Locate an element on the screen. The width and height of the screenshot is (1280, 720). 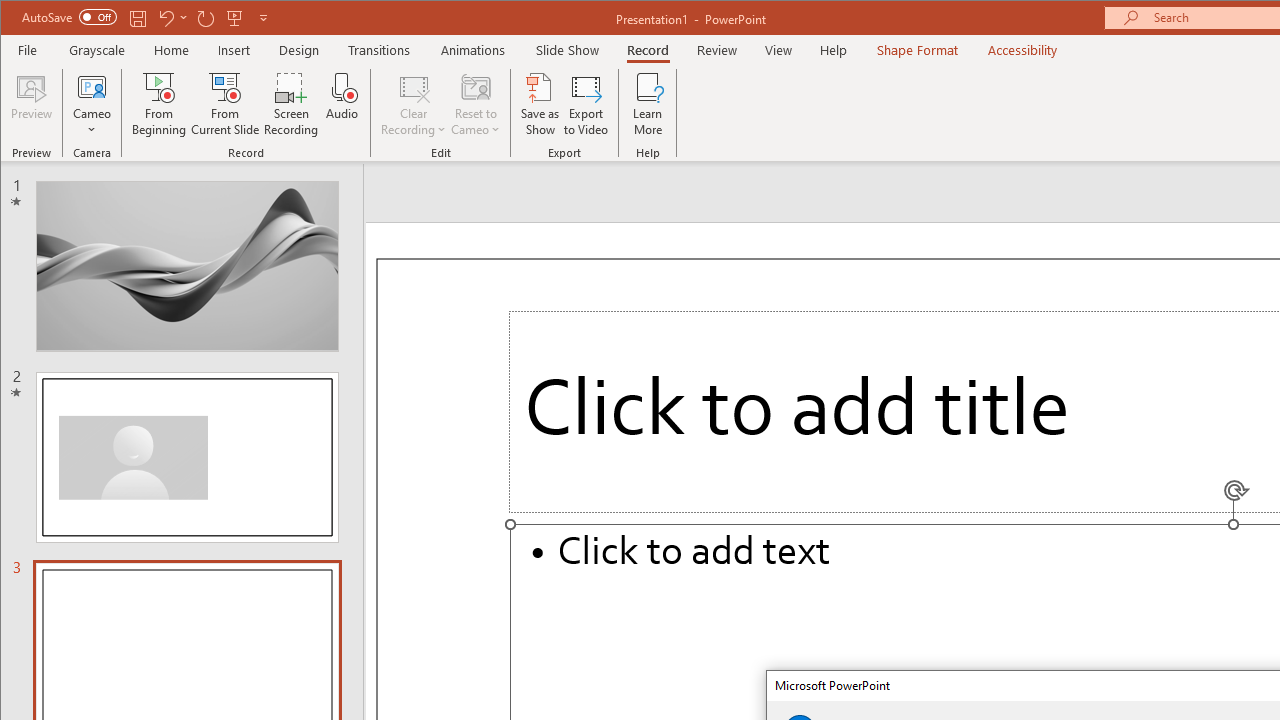
'Shape Format' is located at coordinates (916, 49).